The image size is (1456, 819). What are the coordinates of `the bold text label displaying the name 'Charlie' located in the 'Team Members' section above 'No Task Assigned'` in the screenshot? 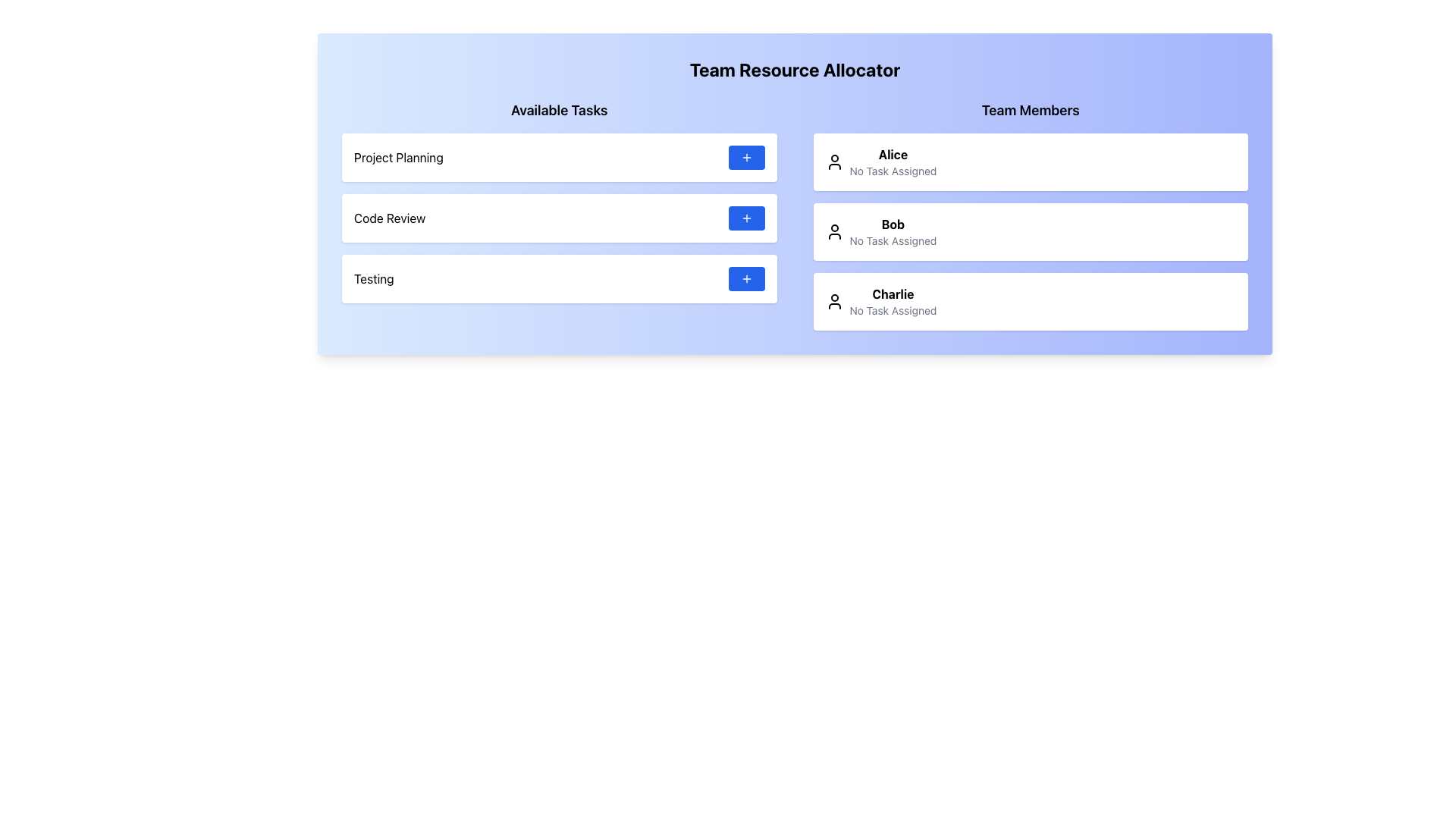 It's located at (893, 294).